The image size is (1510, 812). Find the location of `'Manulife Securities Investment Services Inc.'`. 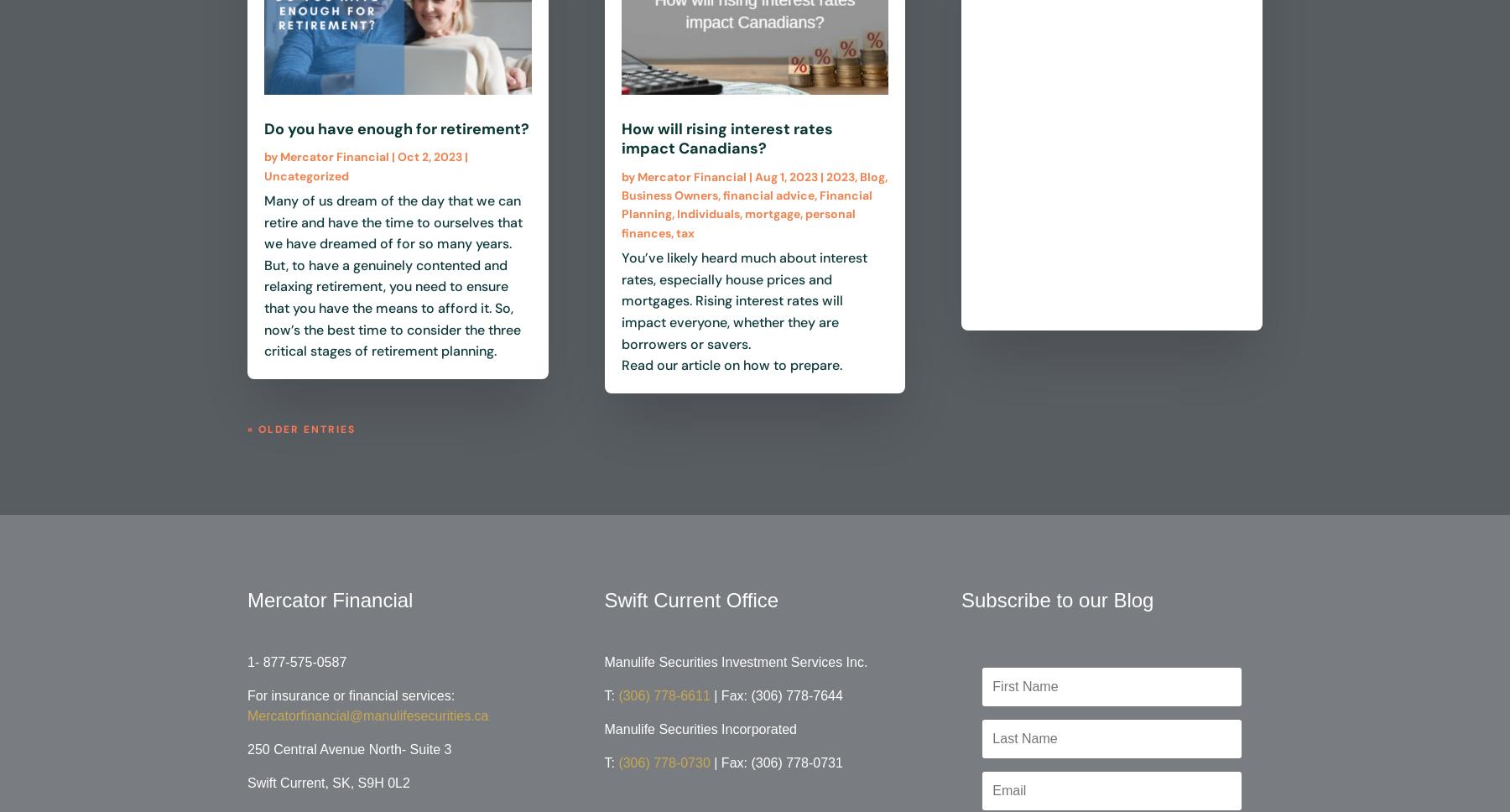

'Manulife Securities Investment Services Inc.' is located at coordinates (735, 660).